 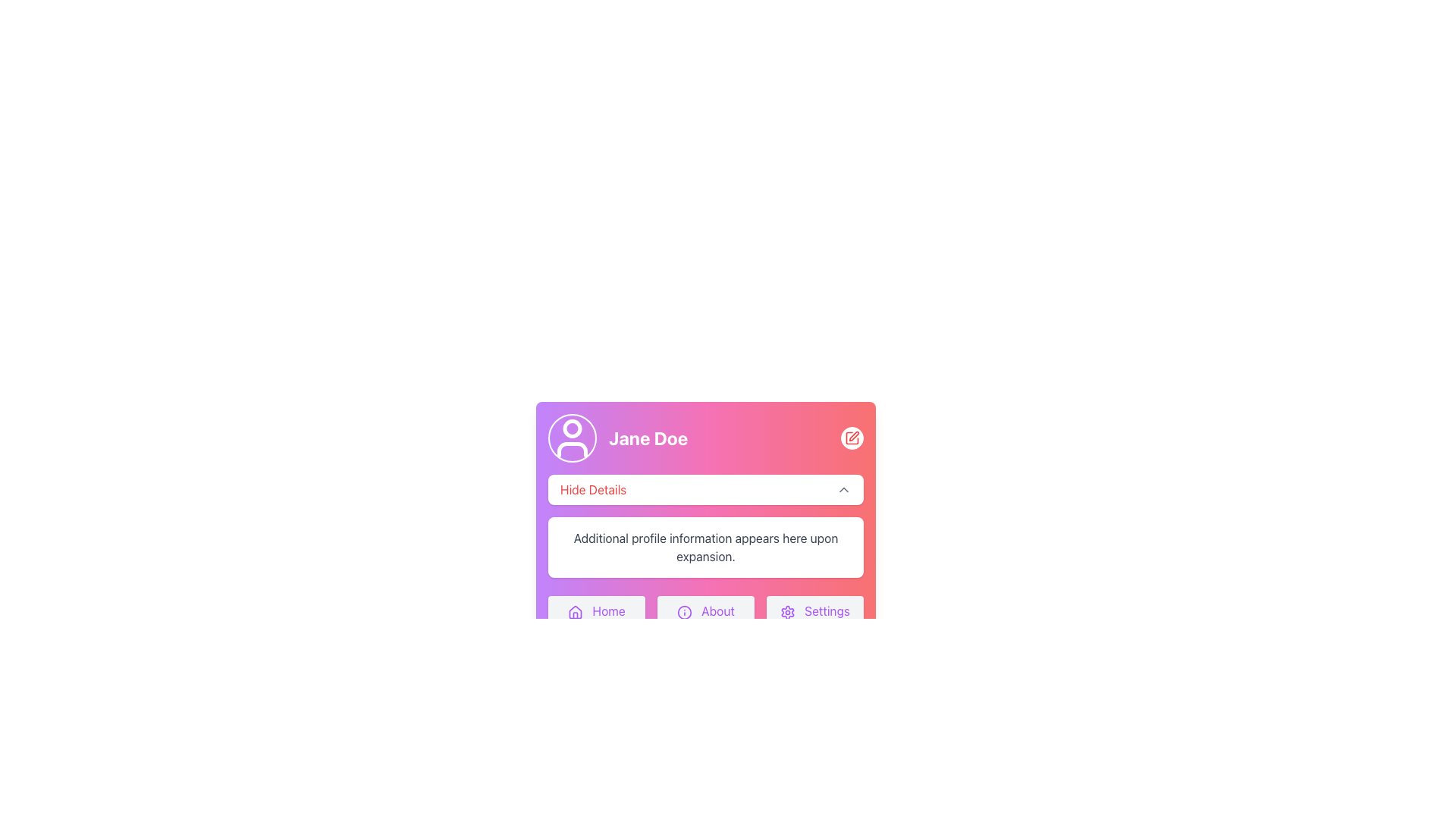 I want to click on the gear icon in the 'Settings' button located at the bottom right corner of the profile card, so click(x=787, y=611).